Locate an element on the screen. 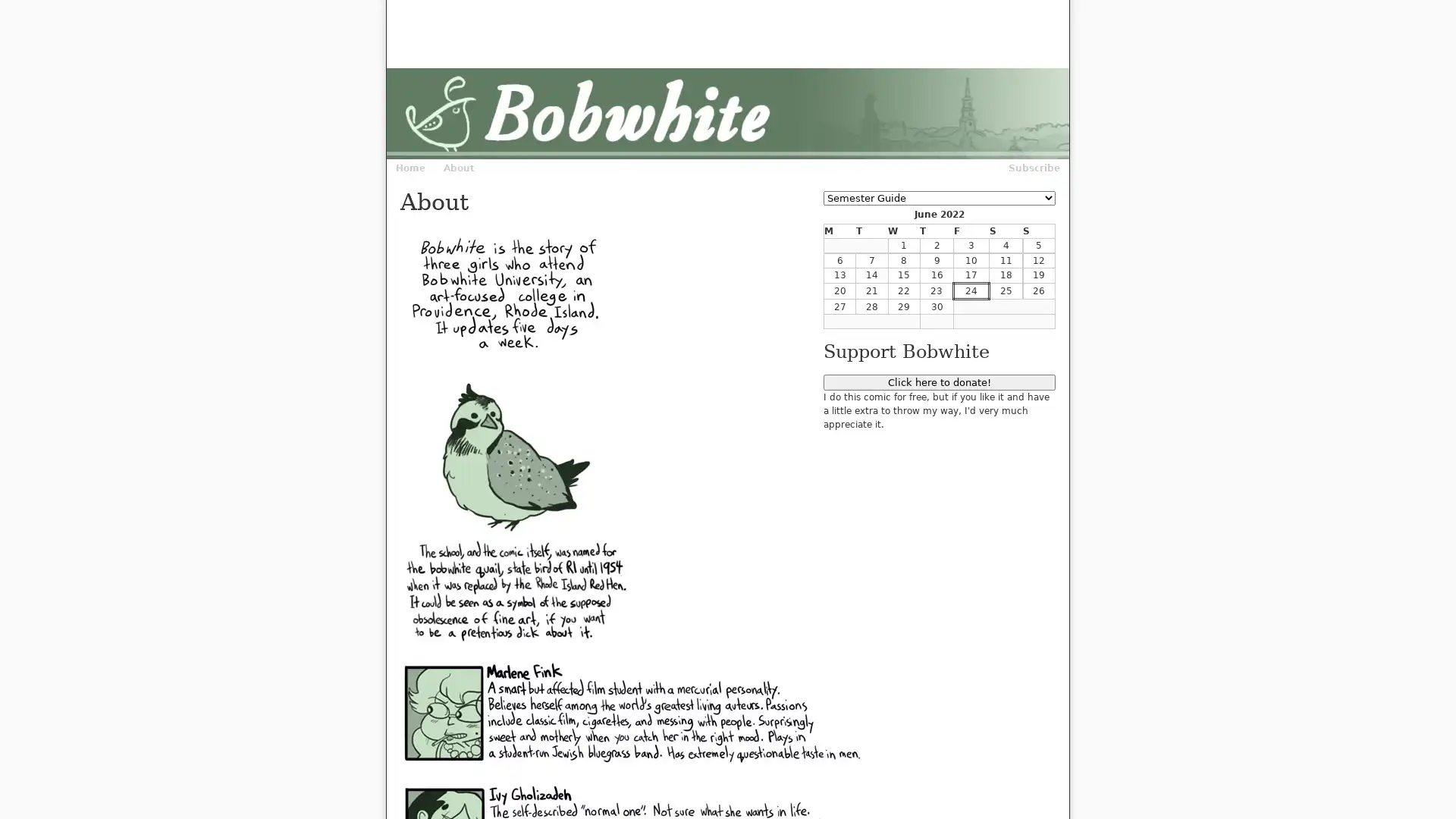 This screenshot has height=819, width=1456. Click here to donate! is located at coordinates (938, 381).